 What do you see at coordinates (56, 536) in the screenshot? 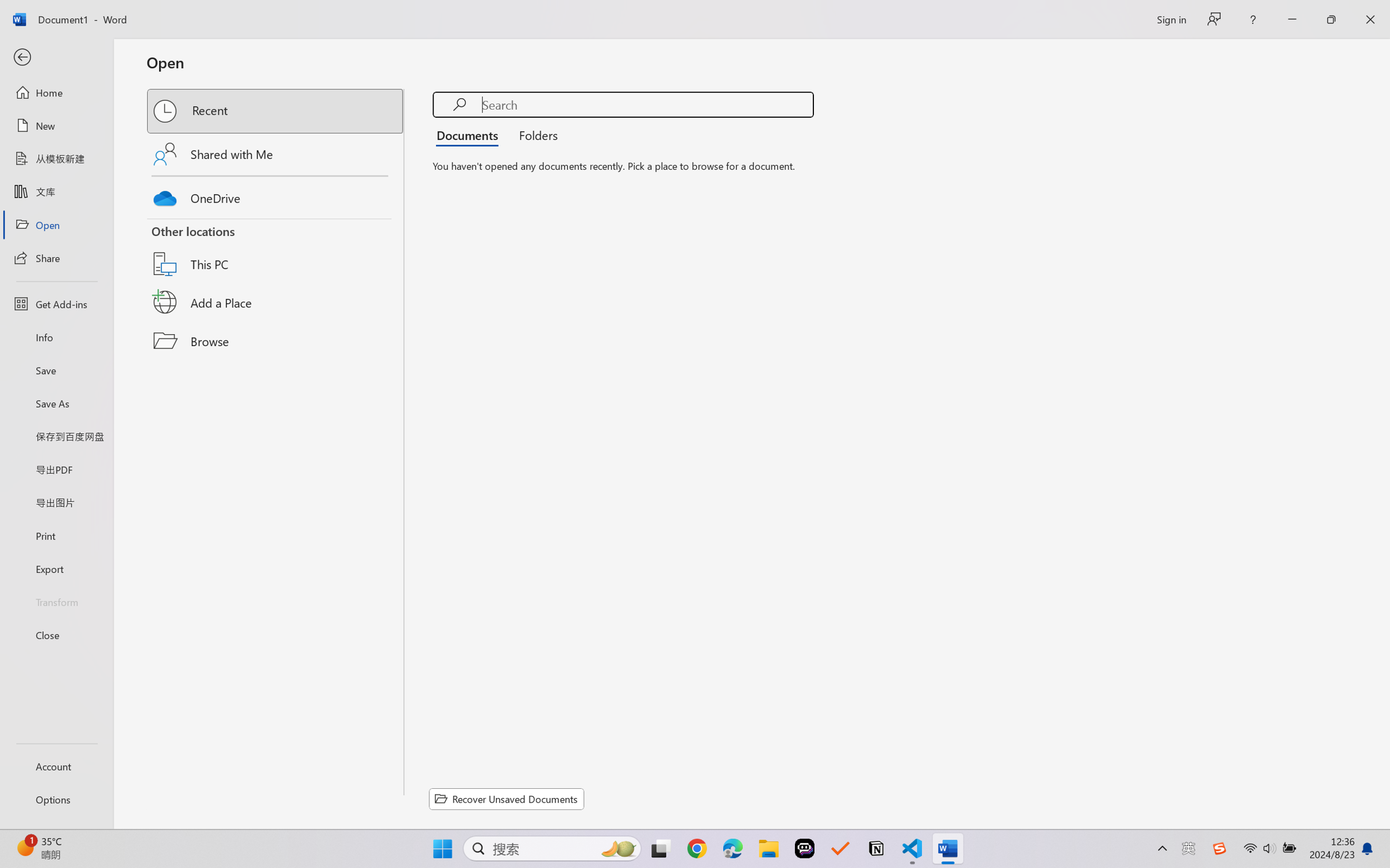
I see `'Print'` at bounding box center [56, 536].